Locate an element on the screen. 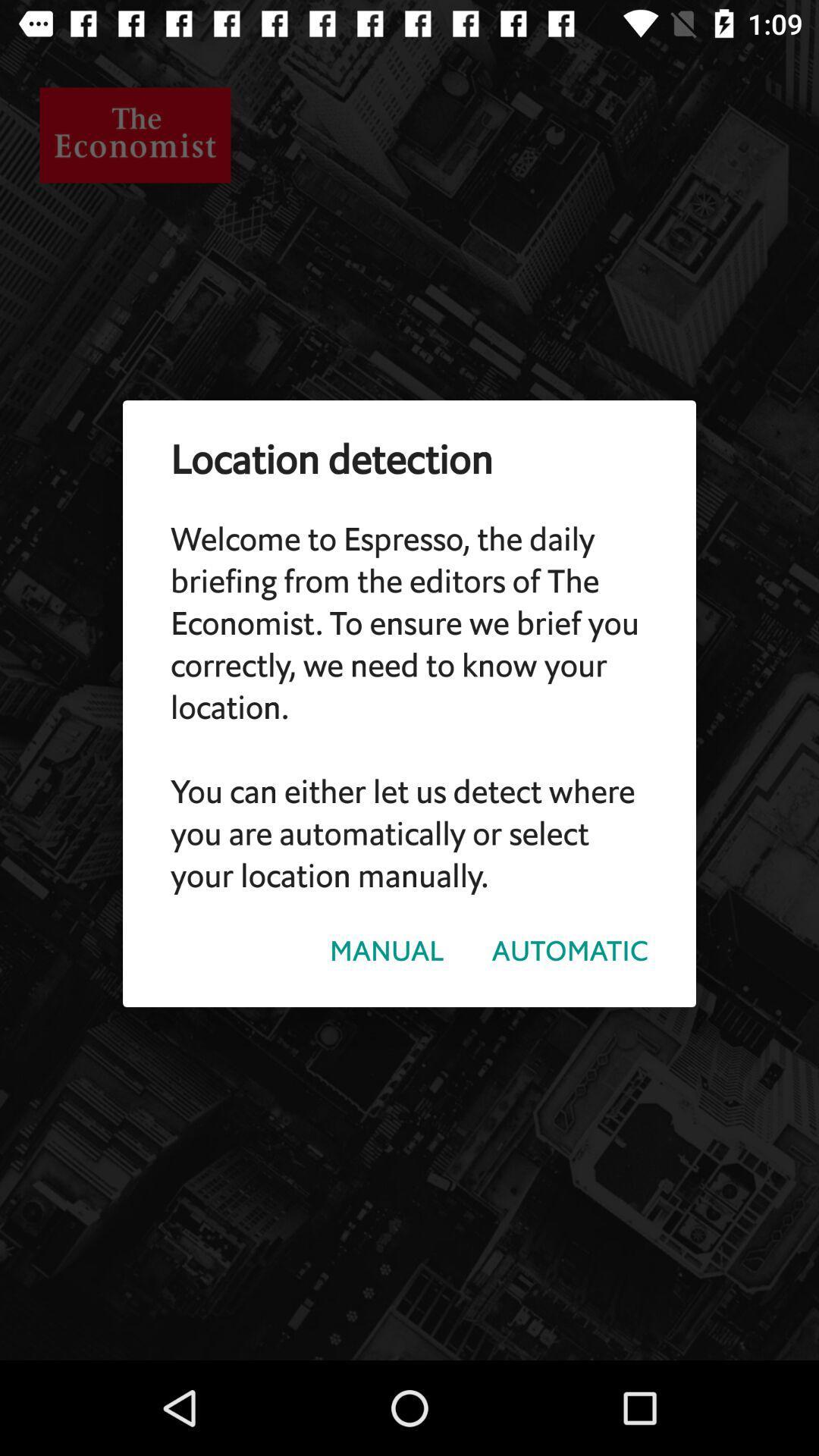 This screenshot has height=1456, width=819. the icon on the right is located at coordinates (570, 950).